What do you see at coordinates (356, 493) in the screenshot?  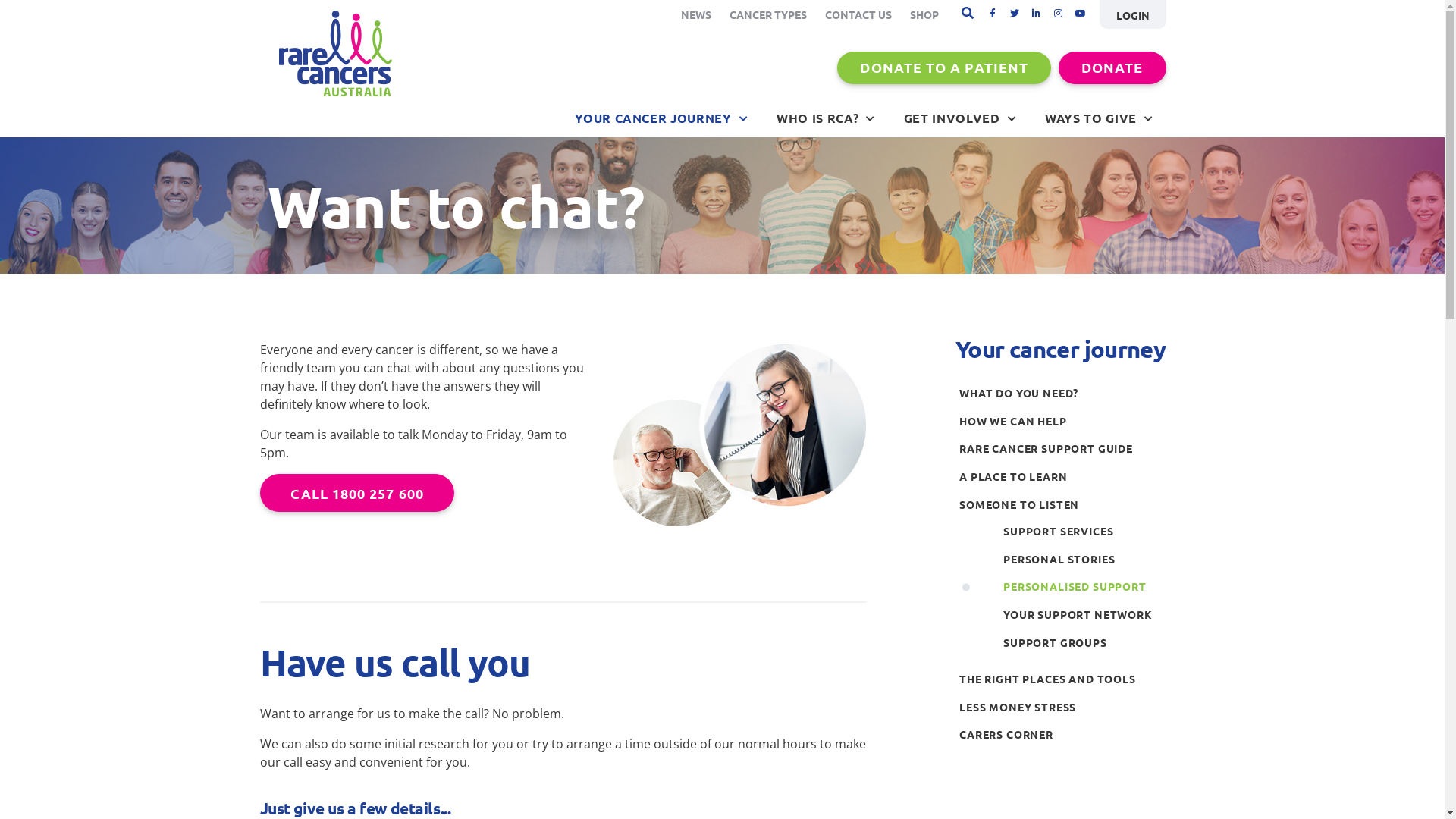 I see `'CALL 1800 257 600'` at bounding box center [356, 493].